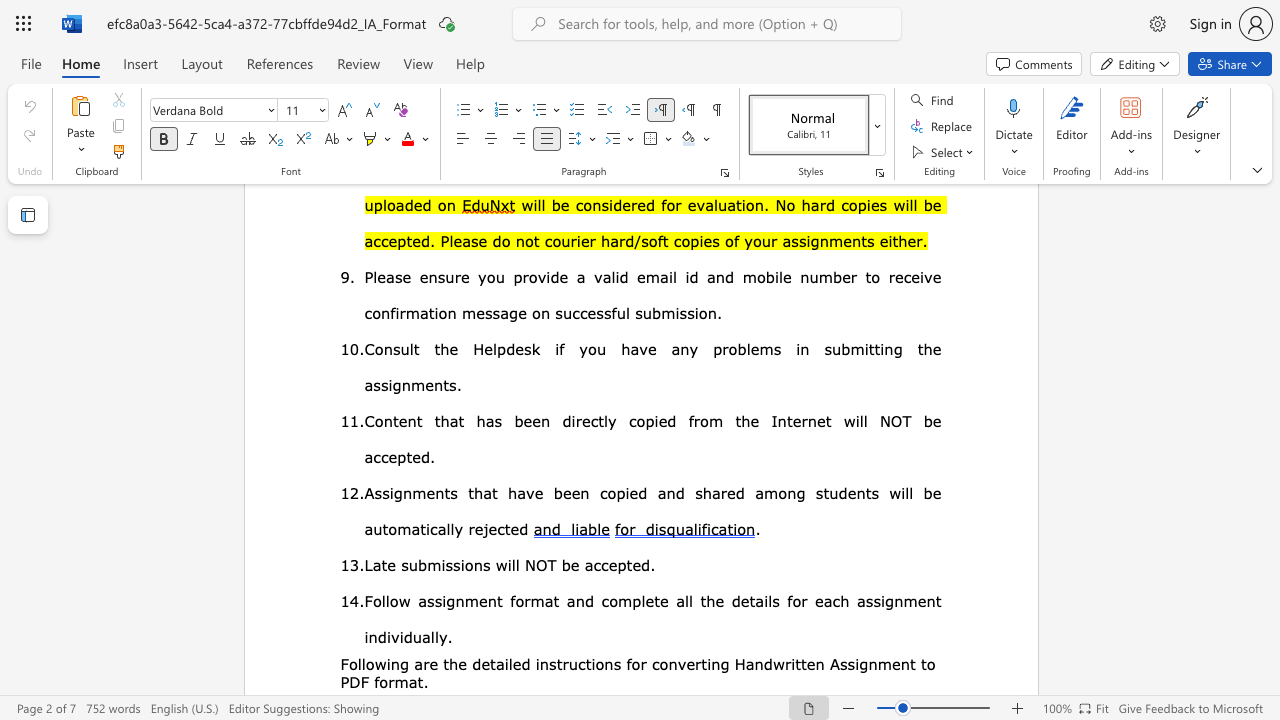 The image size is (1280, 720). I want to click on the subset text "ile" within the text "detailed i", so click(504, 663).